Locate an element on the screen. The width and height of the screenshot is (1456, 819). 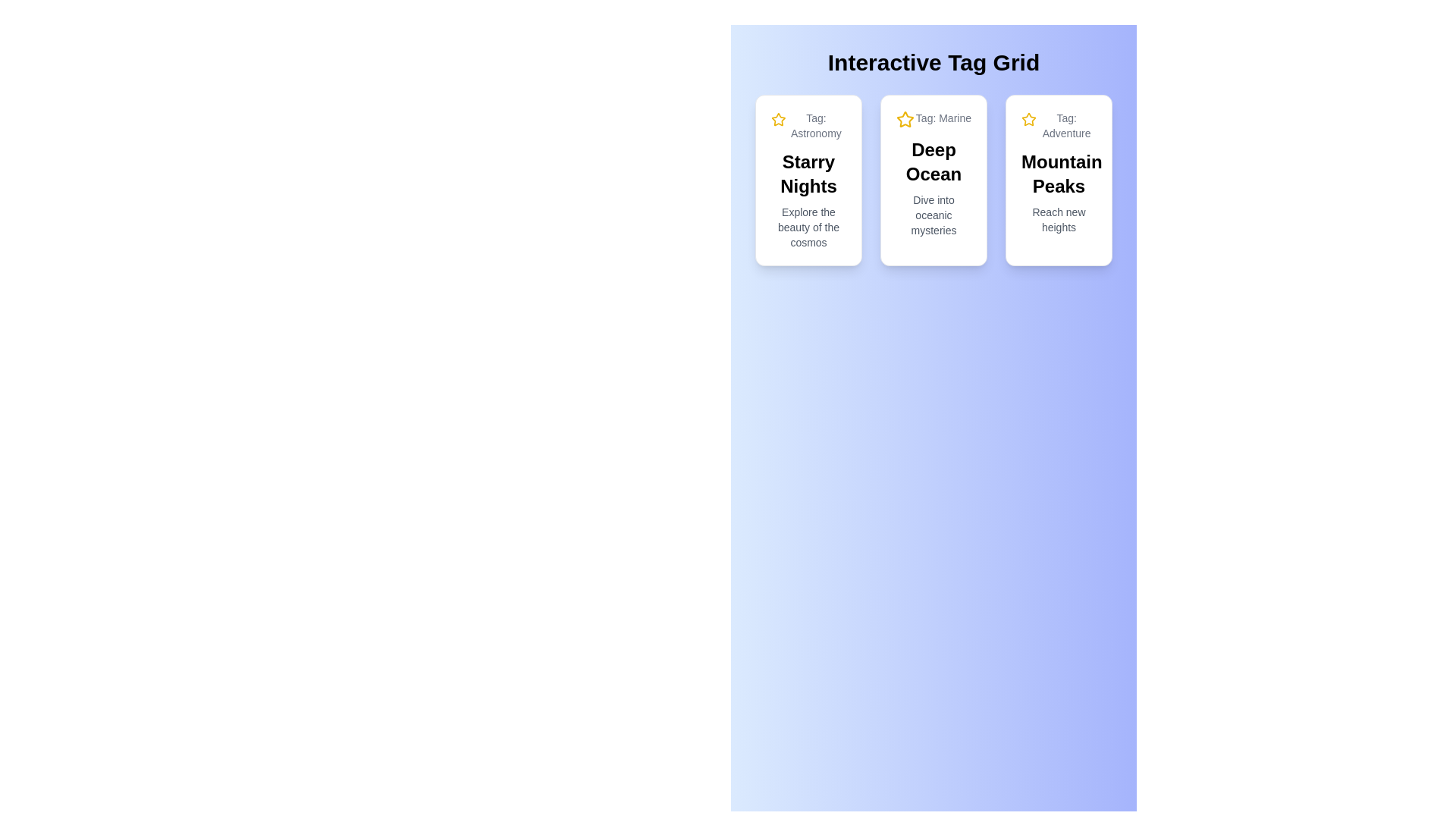
the text label or heading located centrally in the 'Tag: Marine' card, which serves as the main title for the section is located at coordinates (933, 162).